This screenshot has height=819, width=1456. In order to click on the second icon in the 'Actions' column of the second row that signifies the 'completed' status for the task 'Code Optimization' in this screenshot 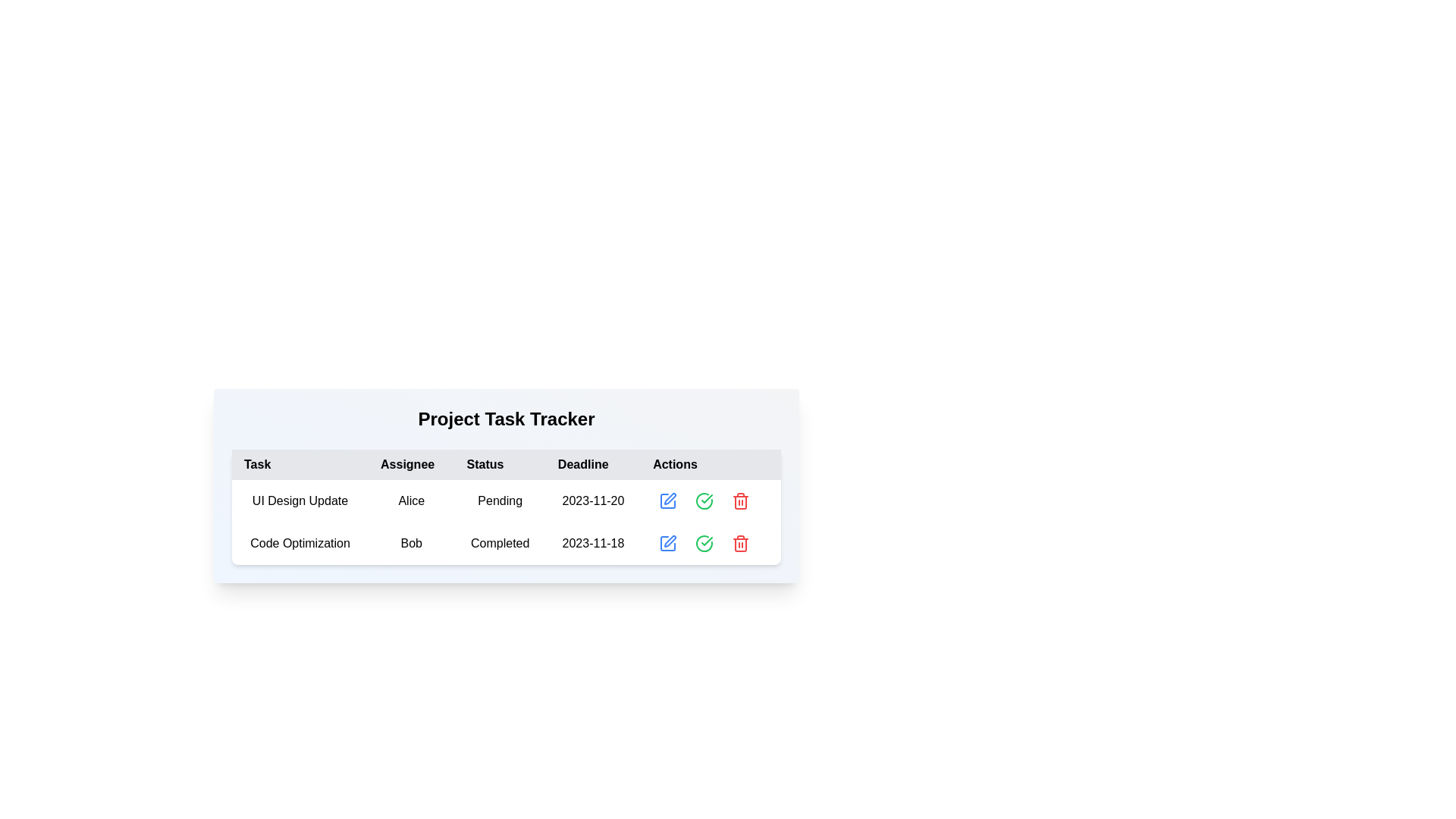, I will do `click(704, 500)`.